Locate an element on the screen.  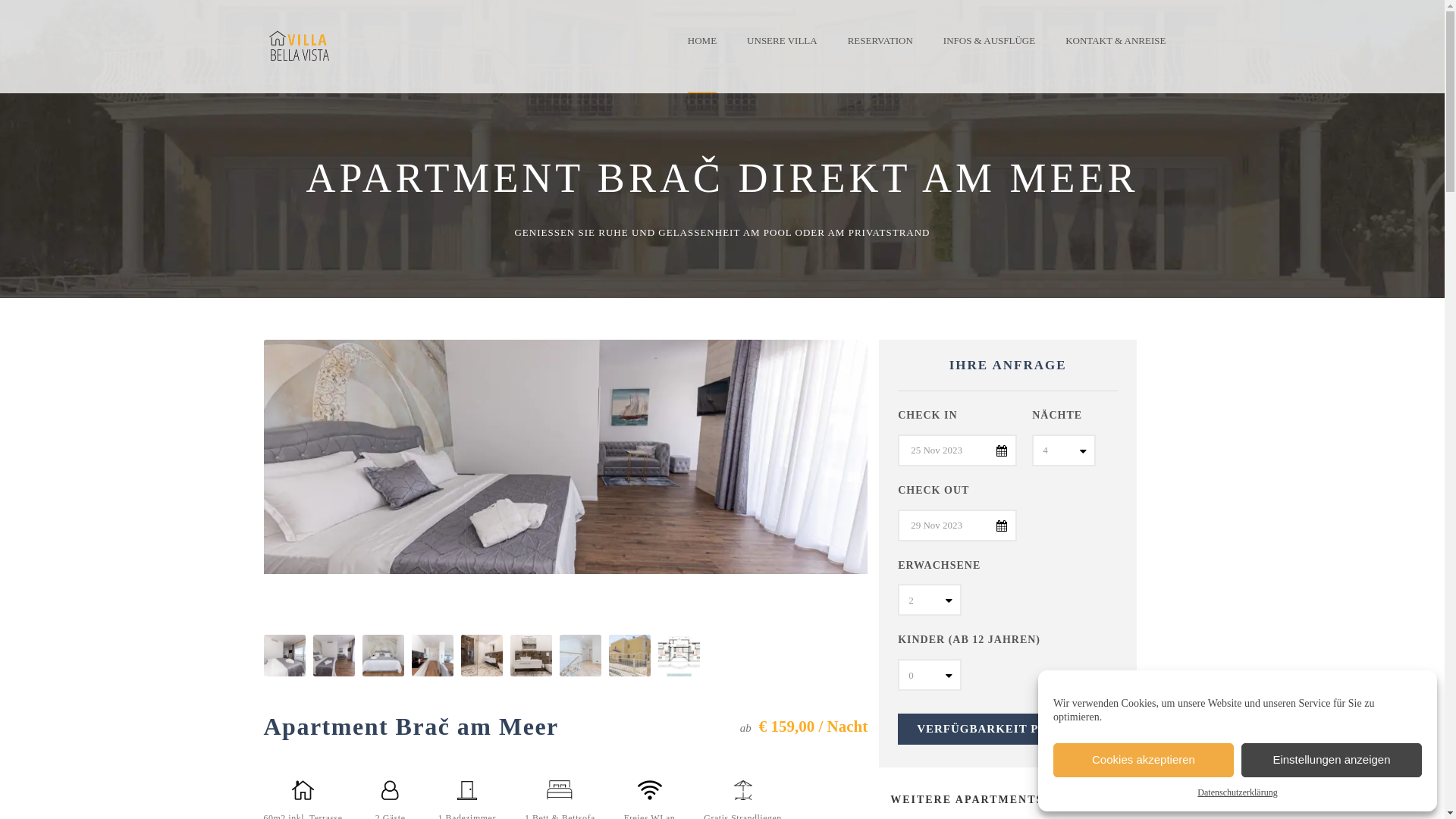
'HOME' is located at coordinates (709, 52).